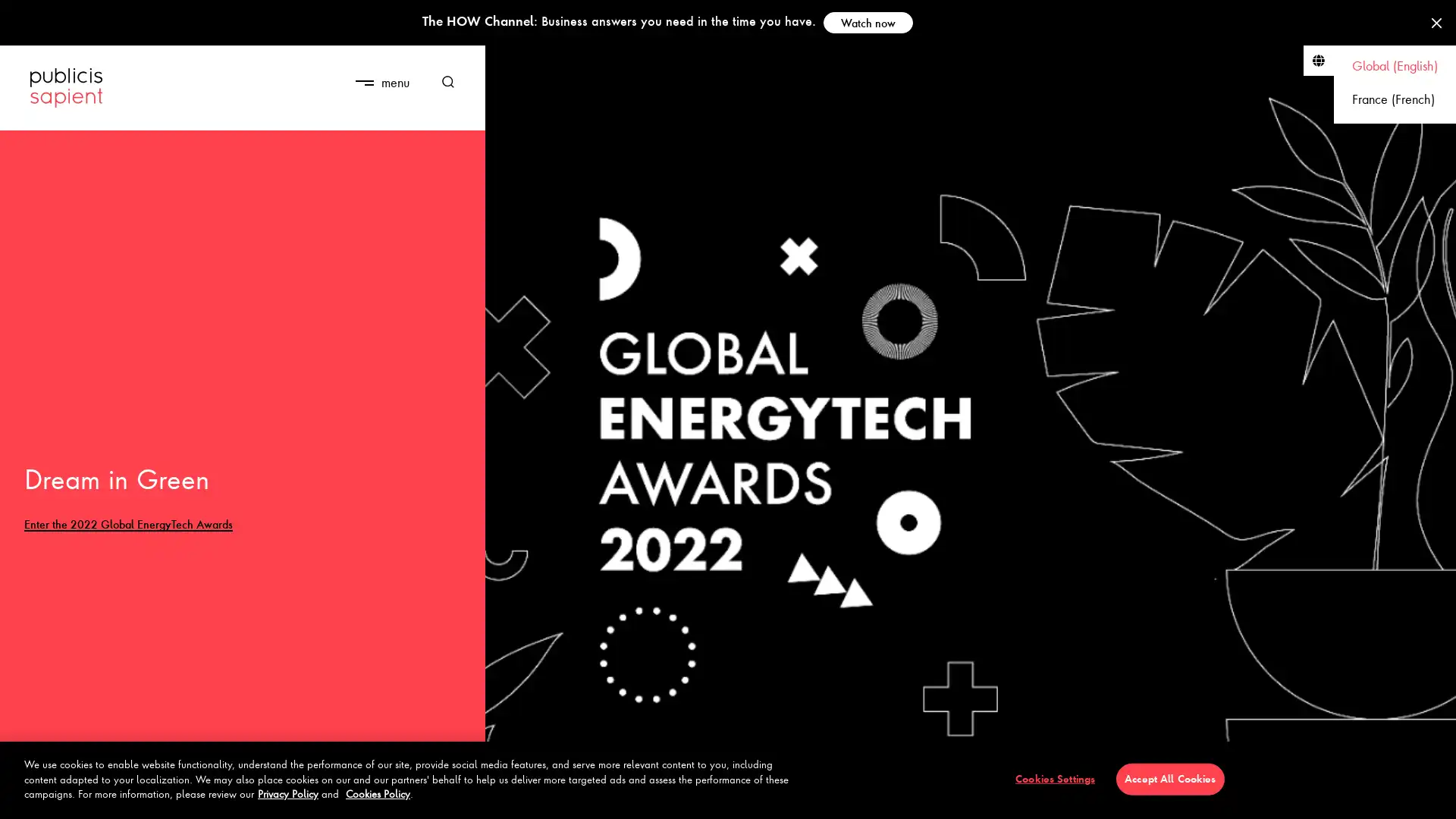 The height and width of the screenshot is (819, 1456). I want to click on Accept All Cookies, so click(1169, 778).